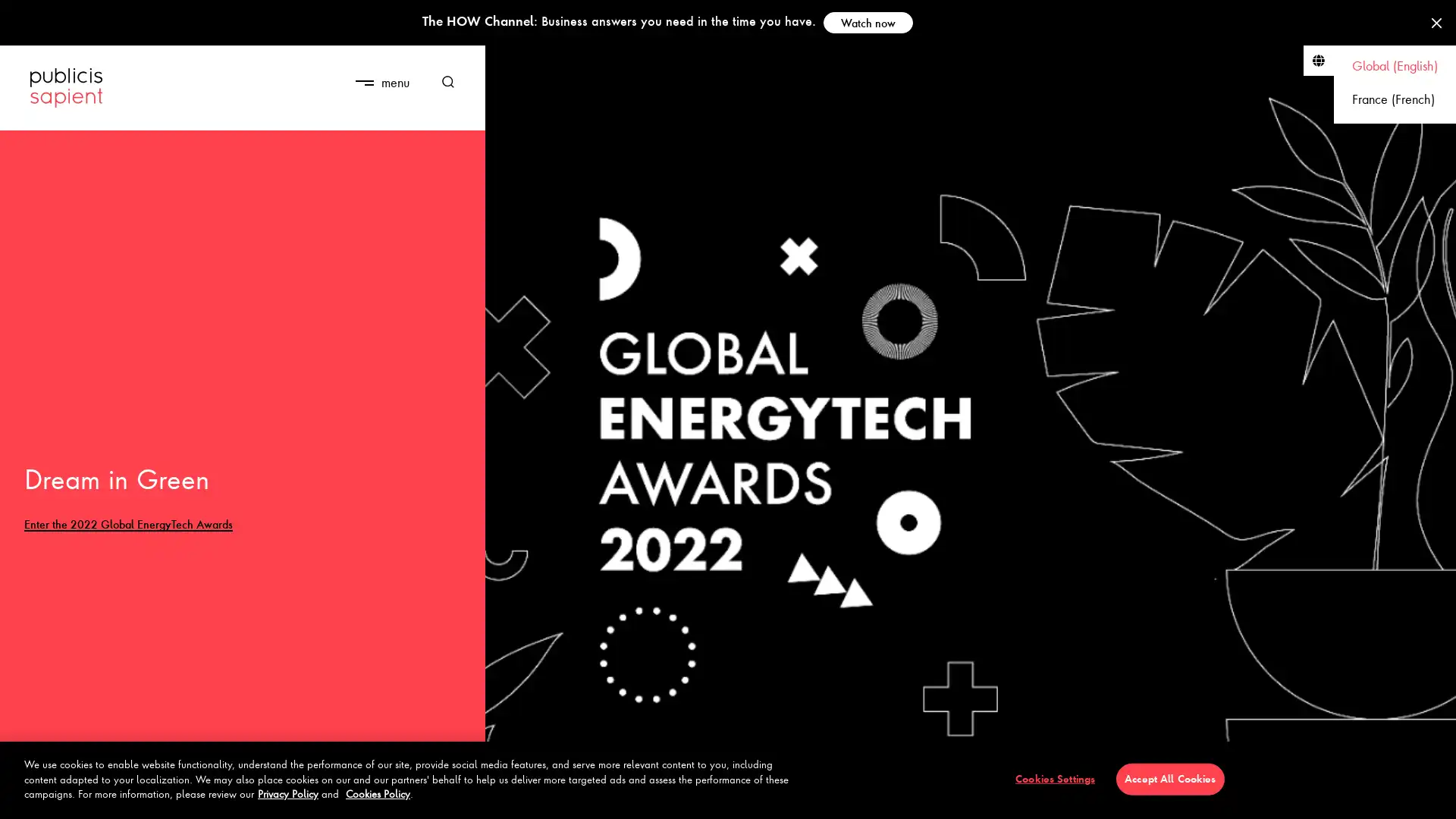 The height and width of the screenshot is (819, 1456). I want to click on Accept All Cookies, so click(1169, 778).